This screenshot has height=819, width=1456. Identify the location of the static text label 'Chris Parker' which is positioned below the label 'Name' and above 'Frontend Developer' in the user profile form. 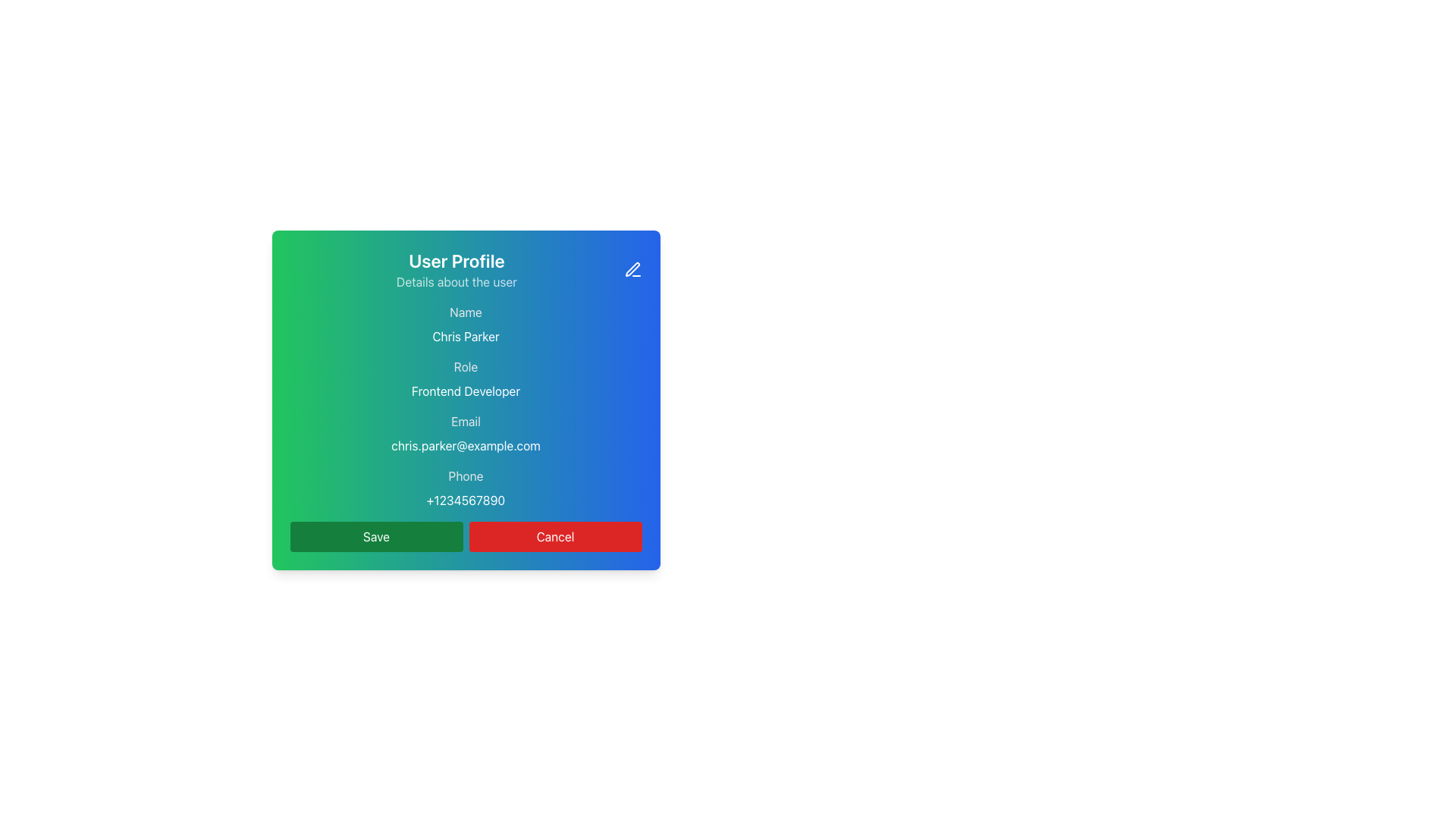
(465, 335).